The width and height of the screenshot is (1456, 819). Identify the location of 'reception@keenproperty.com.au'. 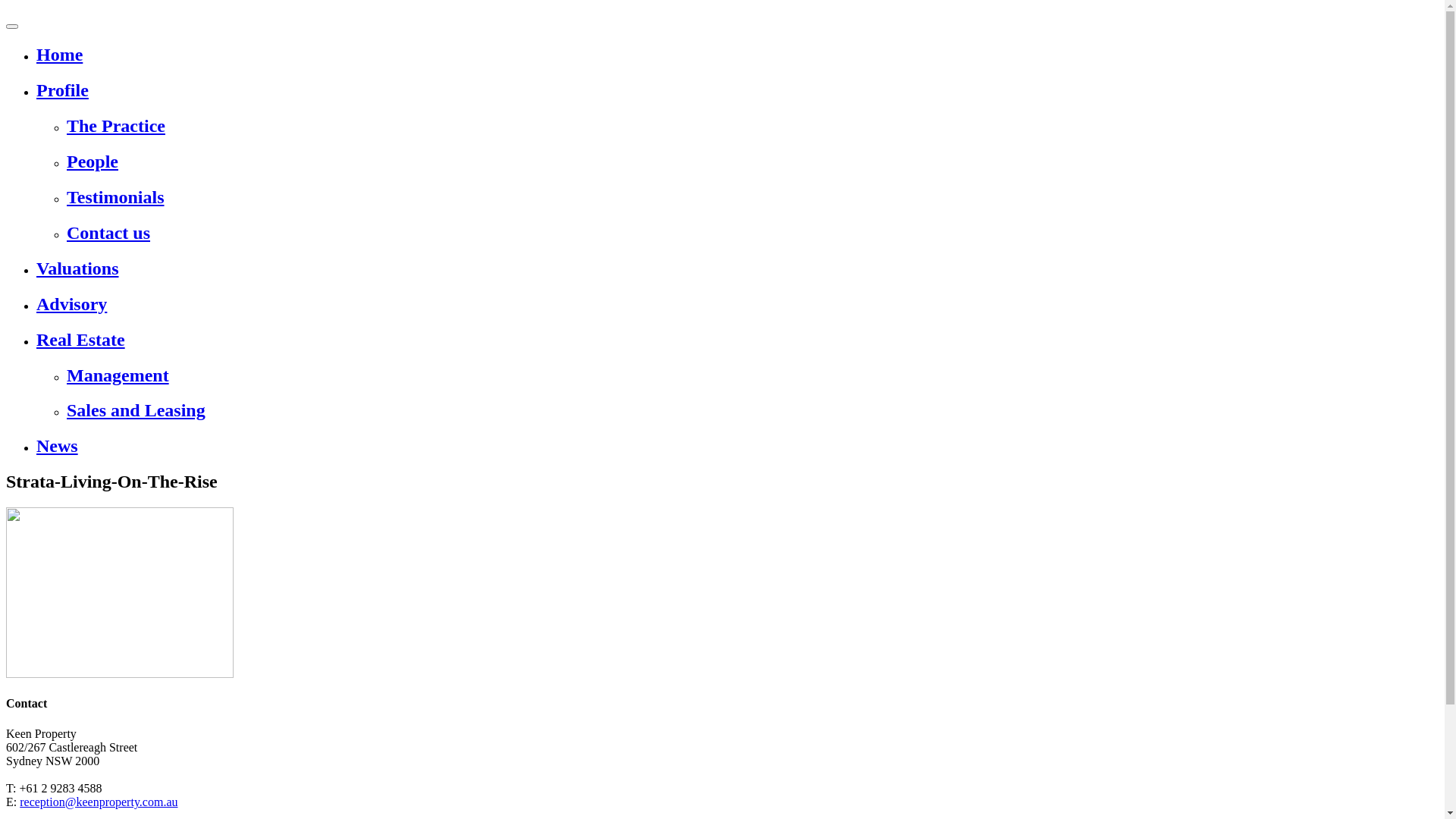
(19, 801).